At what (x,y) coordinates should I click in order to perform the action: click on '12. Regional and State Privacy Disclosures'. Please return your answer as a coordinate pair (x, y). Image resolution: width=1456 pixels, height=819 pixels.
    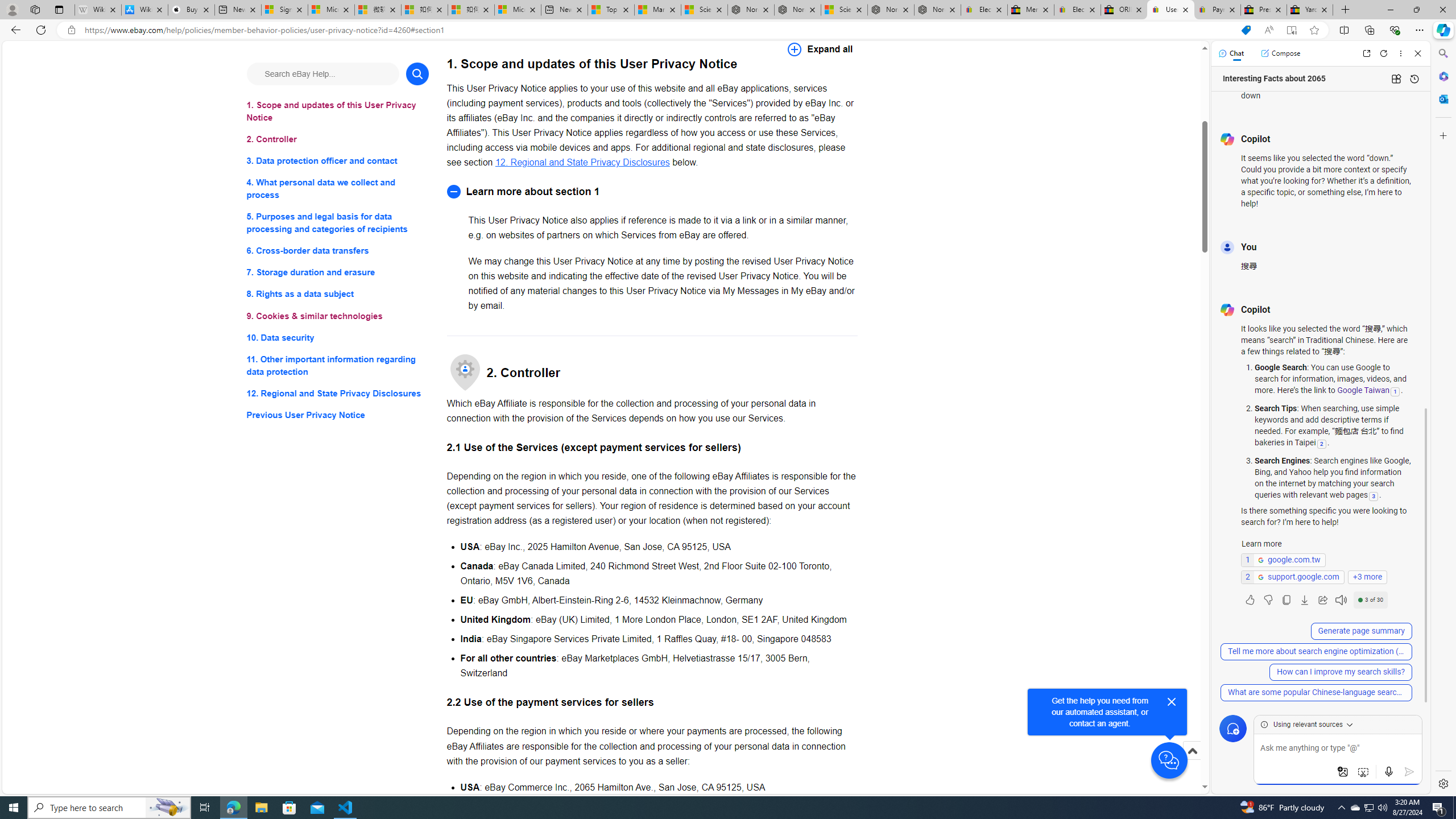
    Looking at the image, I should click on (582, 162).